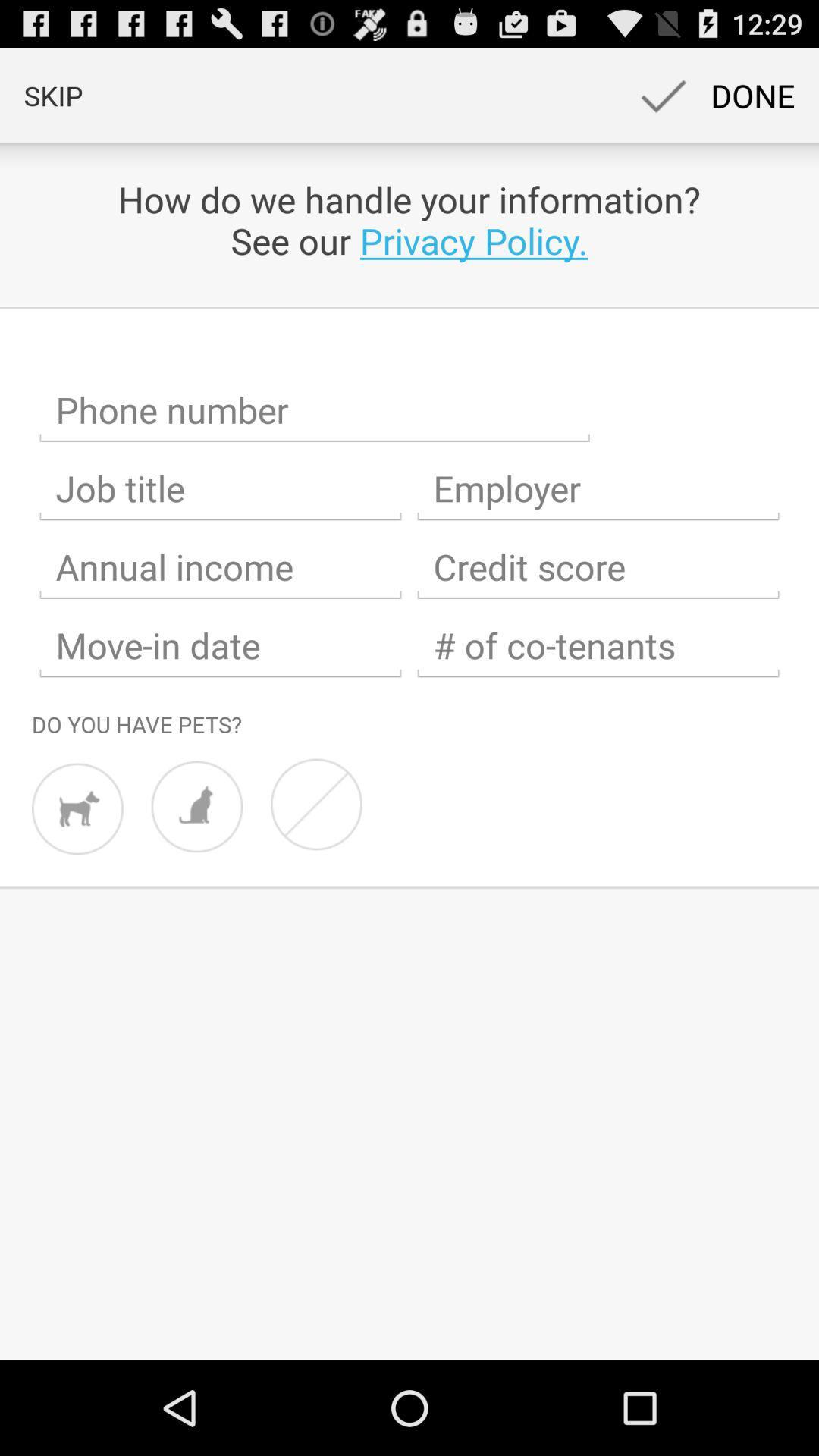 The image size is (819, 1456). Describe the element at coordinates (598, 566) in the screenshot. I see `information option` at that location.